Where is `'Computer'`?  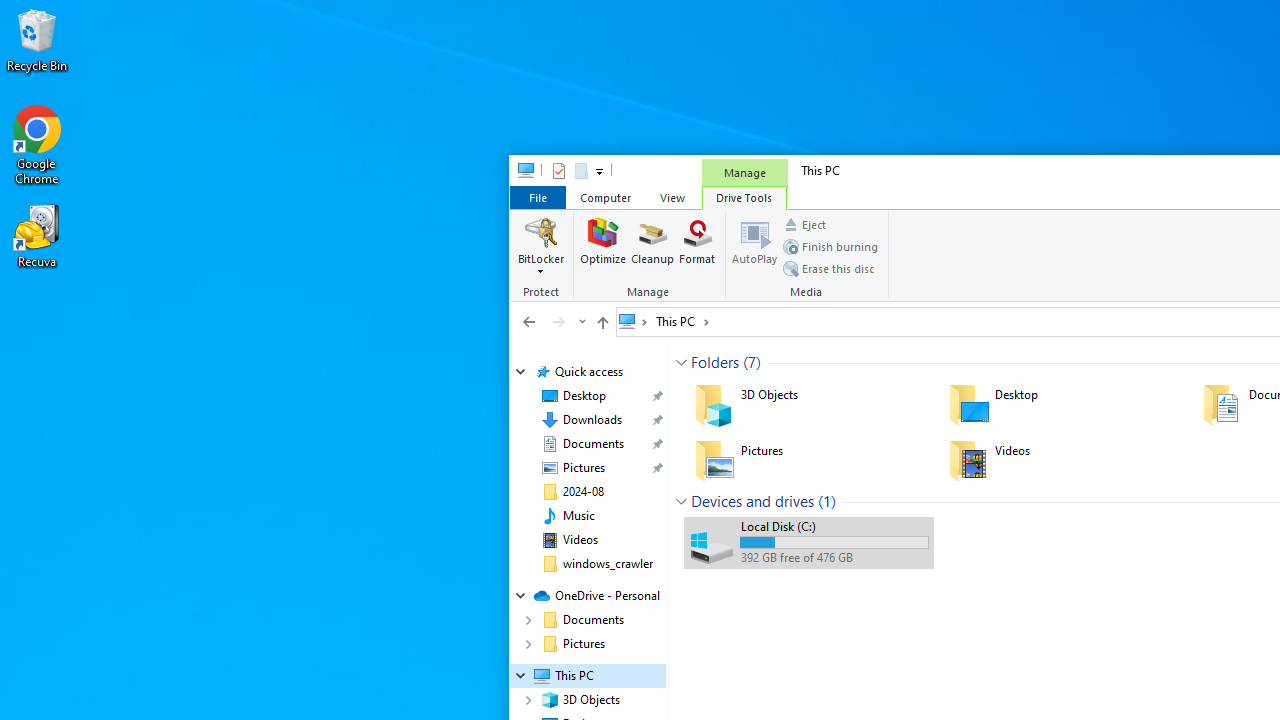 'Computer' is located at coordinates (604, 197).